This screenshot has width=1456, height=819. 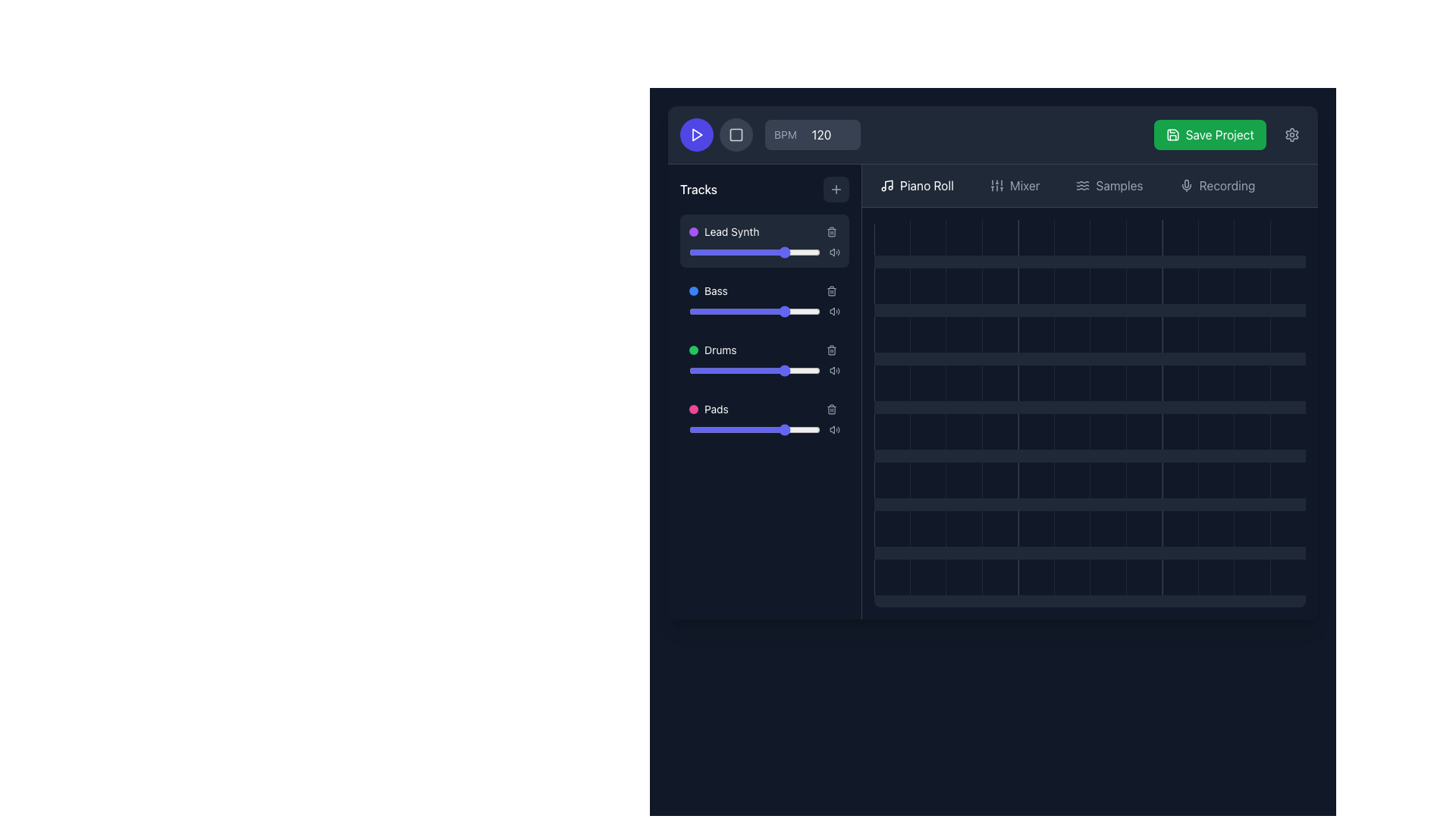 I want to click on the grid tile located in the bottommost row and leftmost column of the grid layout, so click(x=892, y=577).